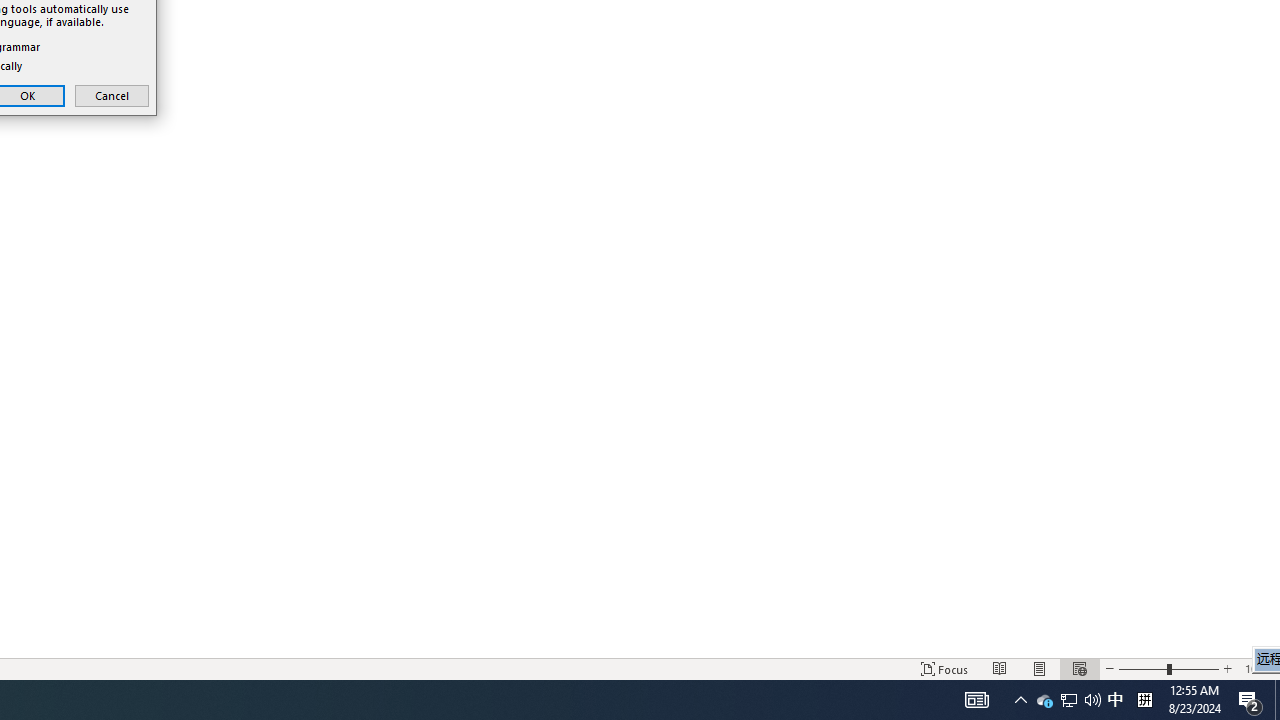 The width and height of the screenshot is (1280, 720). Describe the element at coordinates (1257, 669) in the screenshot. I see `'Zoom 100%'` at that location.